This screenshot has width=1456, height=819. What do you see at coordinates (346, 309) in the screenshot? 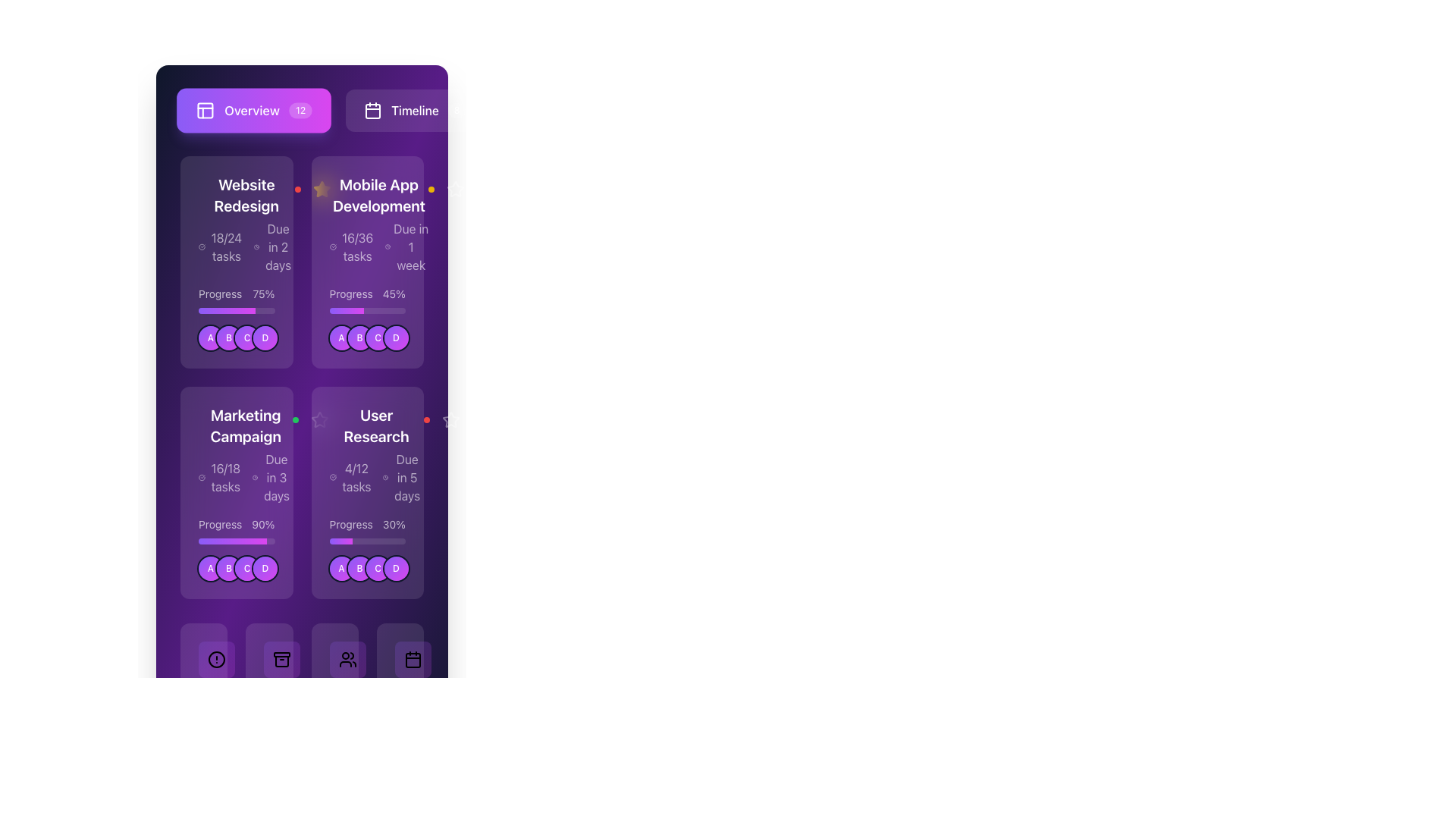
I see `the decorative progress bar segment colored with a gradient transitioning from violet to fuchsia, representing 45% of the bar's width, located in the middle section of the 'Mobile App Development' card` at bounding box center [346, 309].